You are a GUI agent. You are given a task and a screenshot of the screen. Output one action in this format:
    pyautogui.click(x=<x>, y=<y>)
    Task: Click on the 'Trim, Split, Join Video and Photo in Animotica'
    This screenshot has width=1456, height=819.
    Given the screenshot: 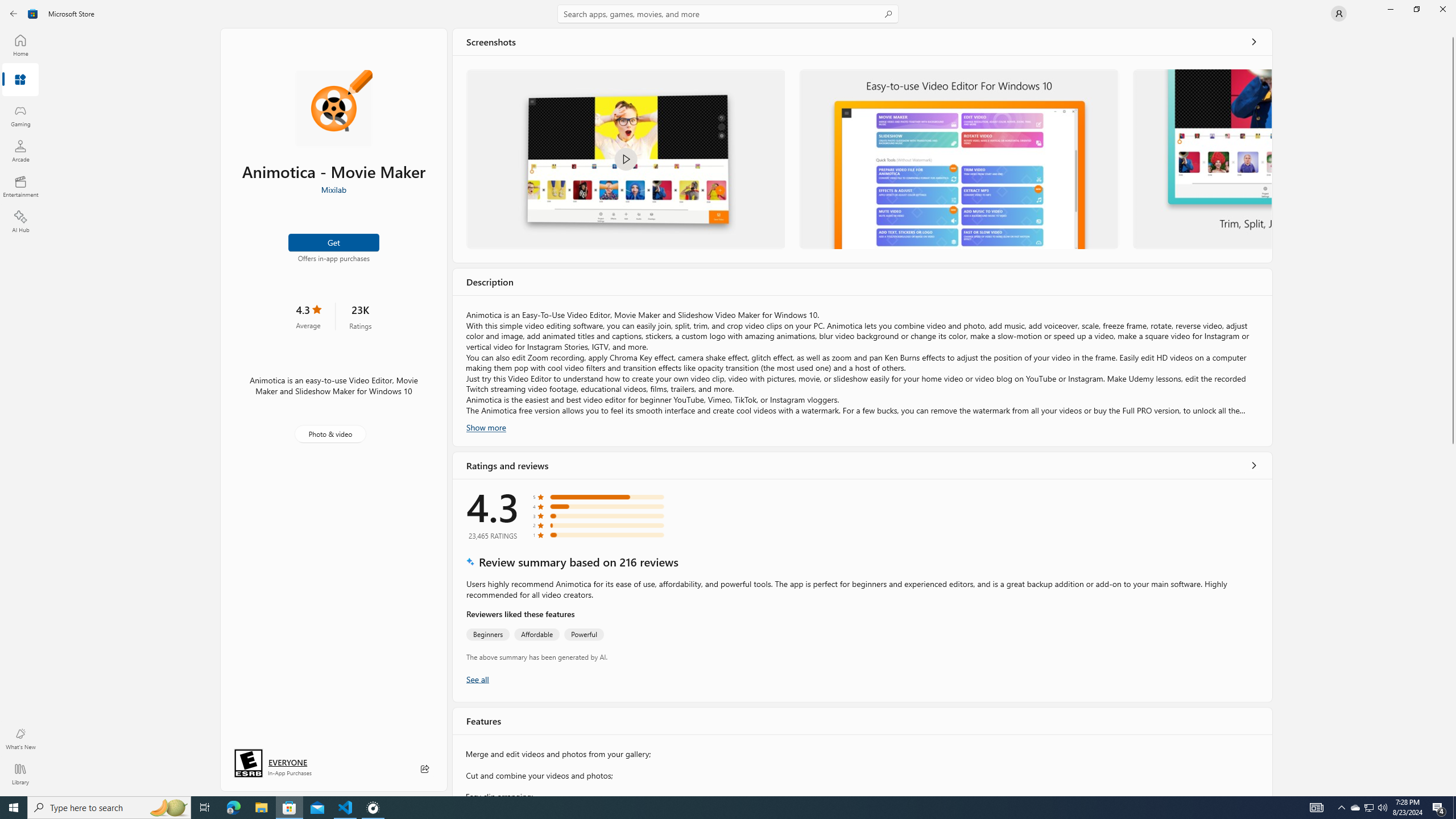 What is the action you would take?
    pyautogui.click(x=1201, y=159)
    